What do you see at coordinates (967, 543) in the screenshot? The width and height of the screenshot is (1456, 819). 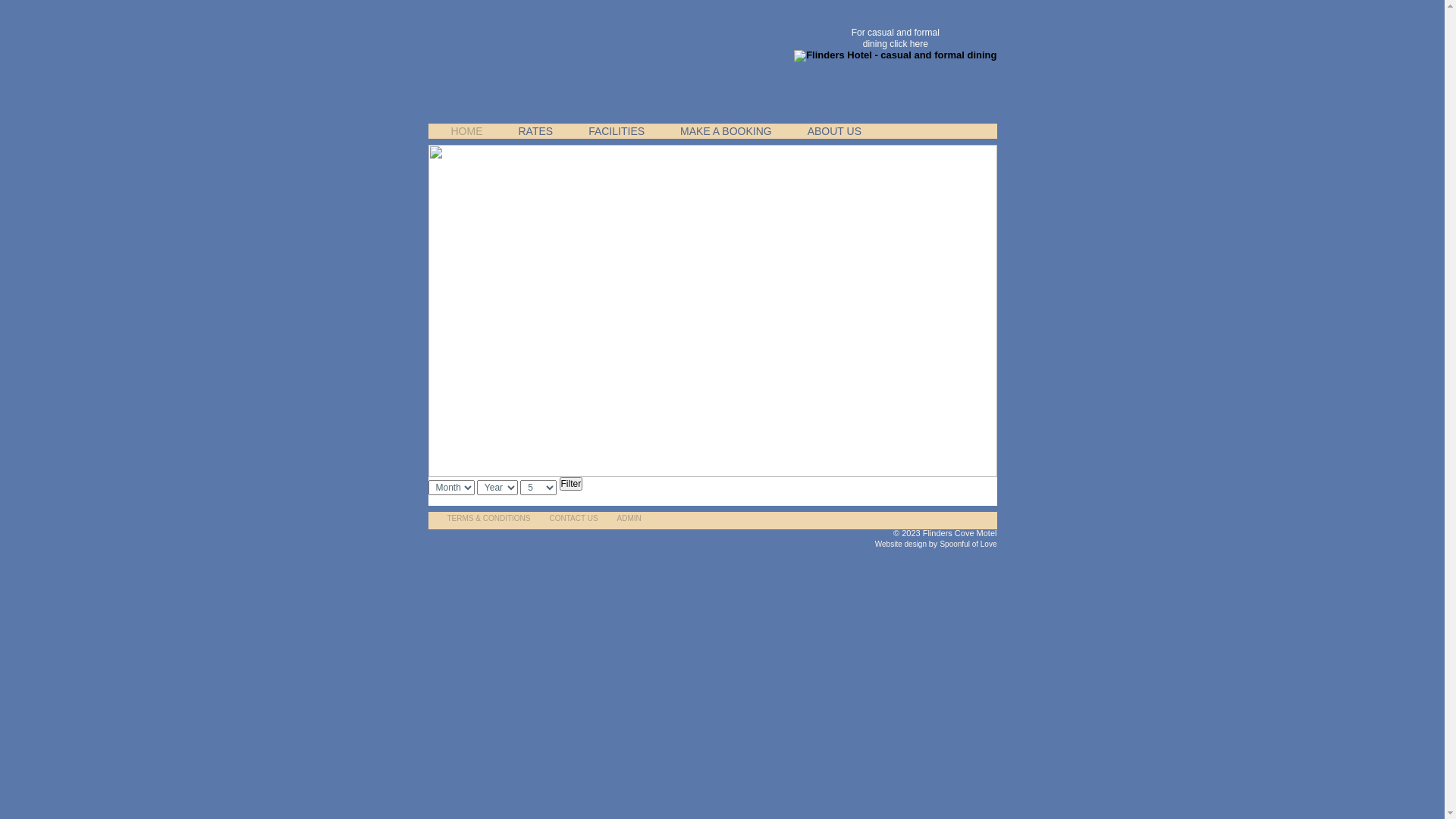 I see `'Spoonful of Love'` at bounding box center [967, 543].